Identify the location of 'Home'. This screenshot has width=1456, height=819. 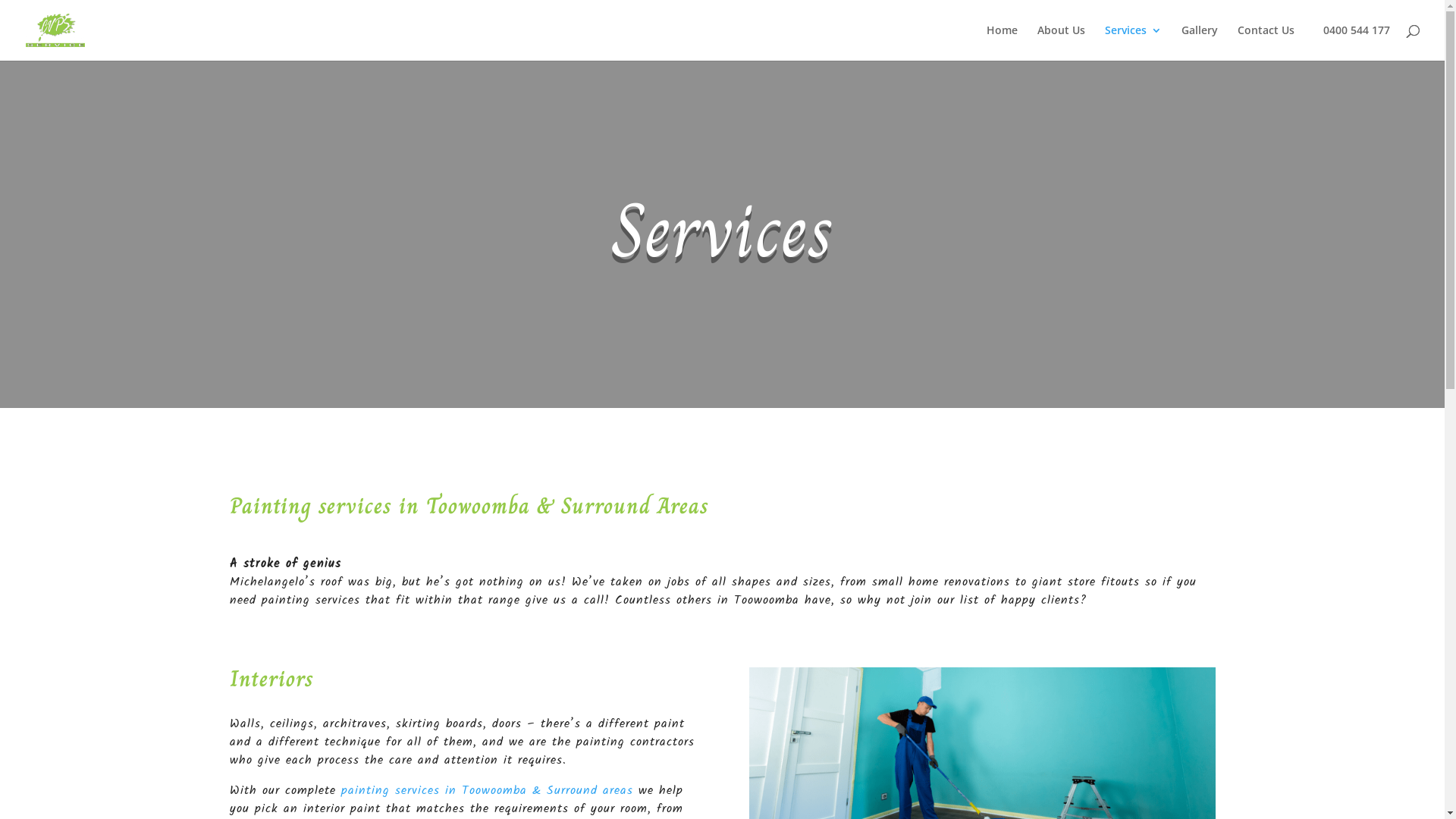
(1002, 42).